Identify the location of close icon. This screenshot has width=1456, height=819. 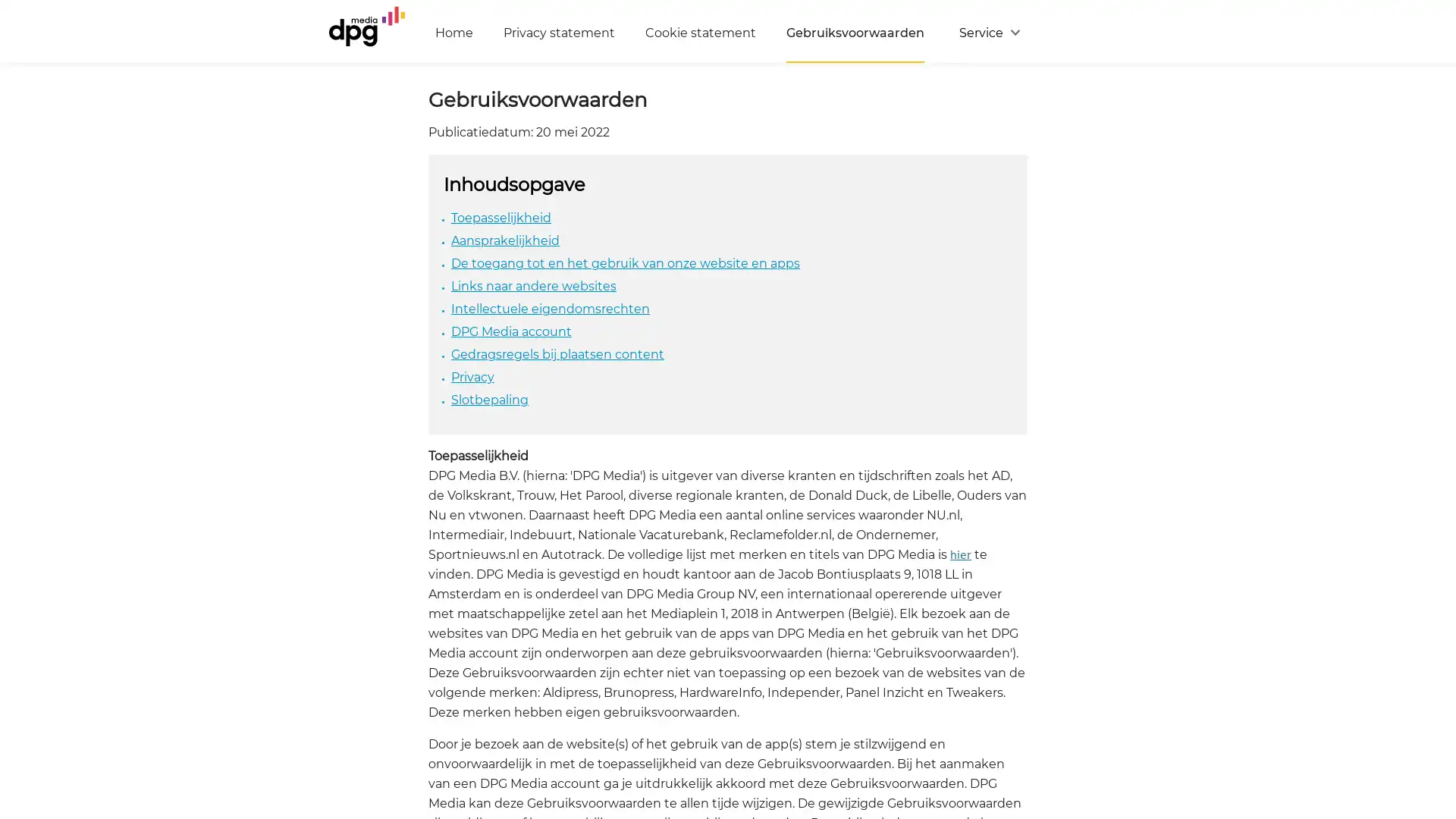
(1436, 632).